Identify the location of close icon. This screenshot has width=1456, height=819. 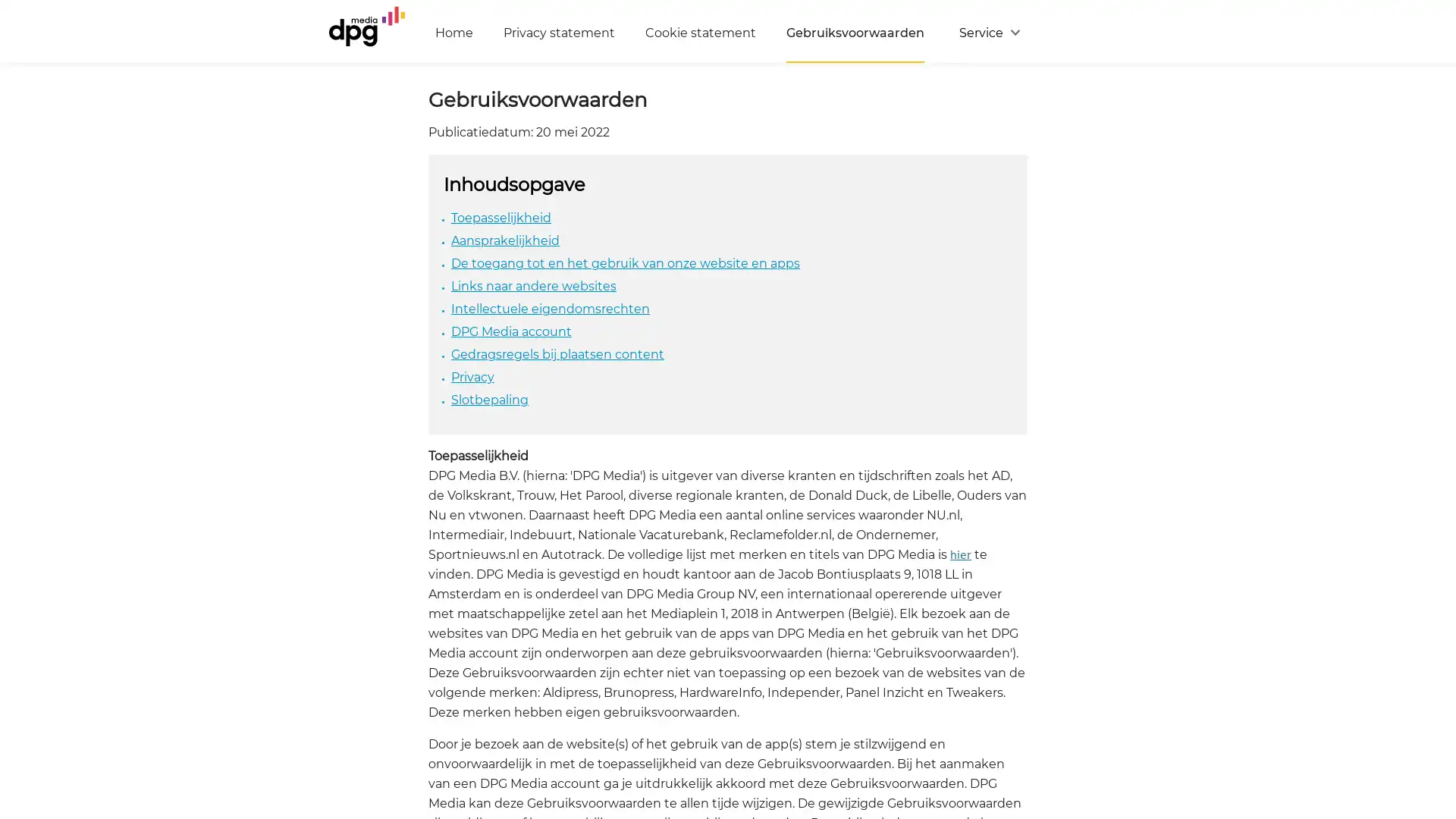
(1436, 632).